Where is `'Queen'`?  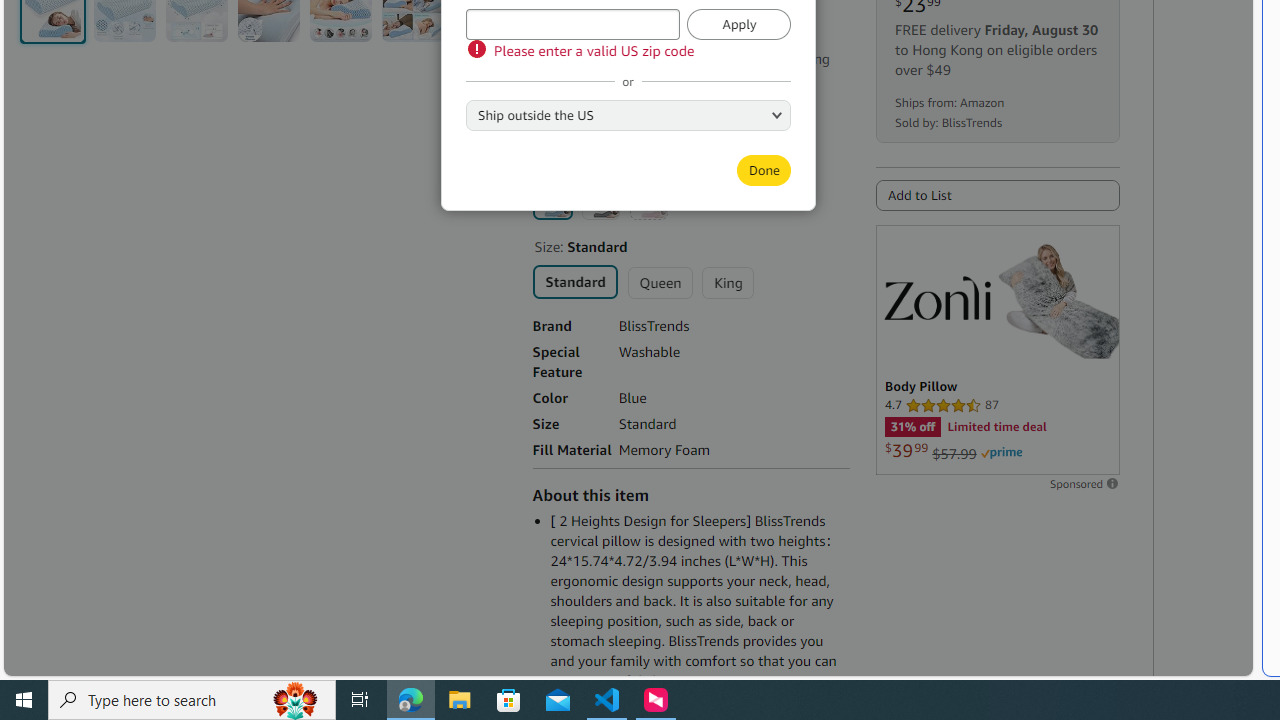
'Queen' is located at coordinates (660, 282).